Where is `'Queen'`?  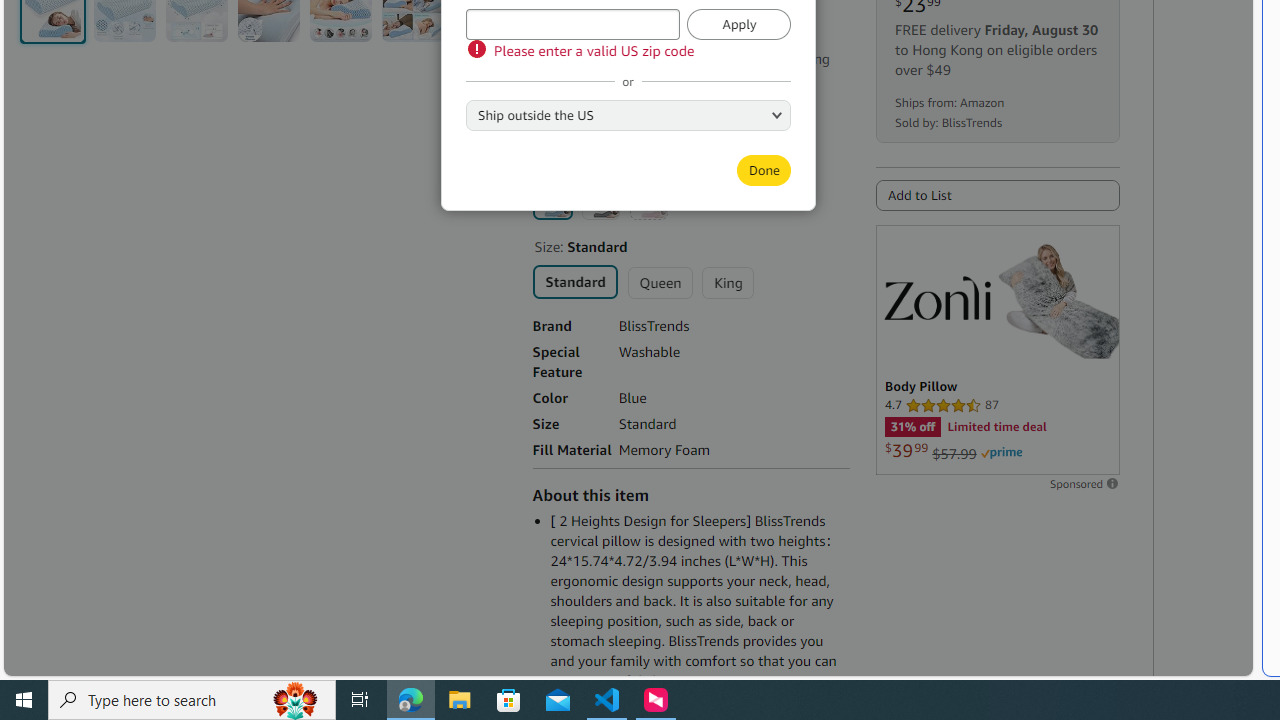
'Queen' is located at coordinates (660, 282).